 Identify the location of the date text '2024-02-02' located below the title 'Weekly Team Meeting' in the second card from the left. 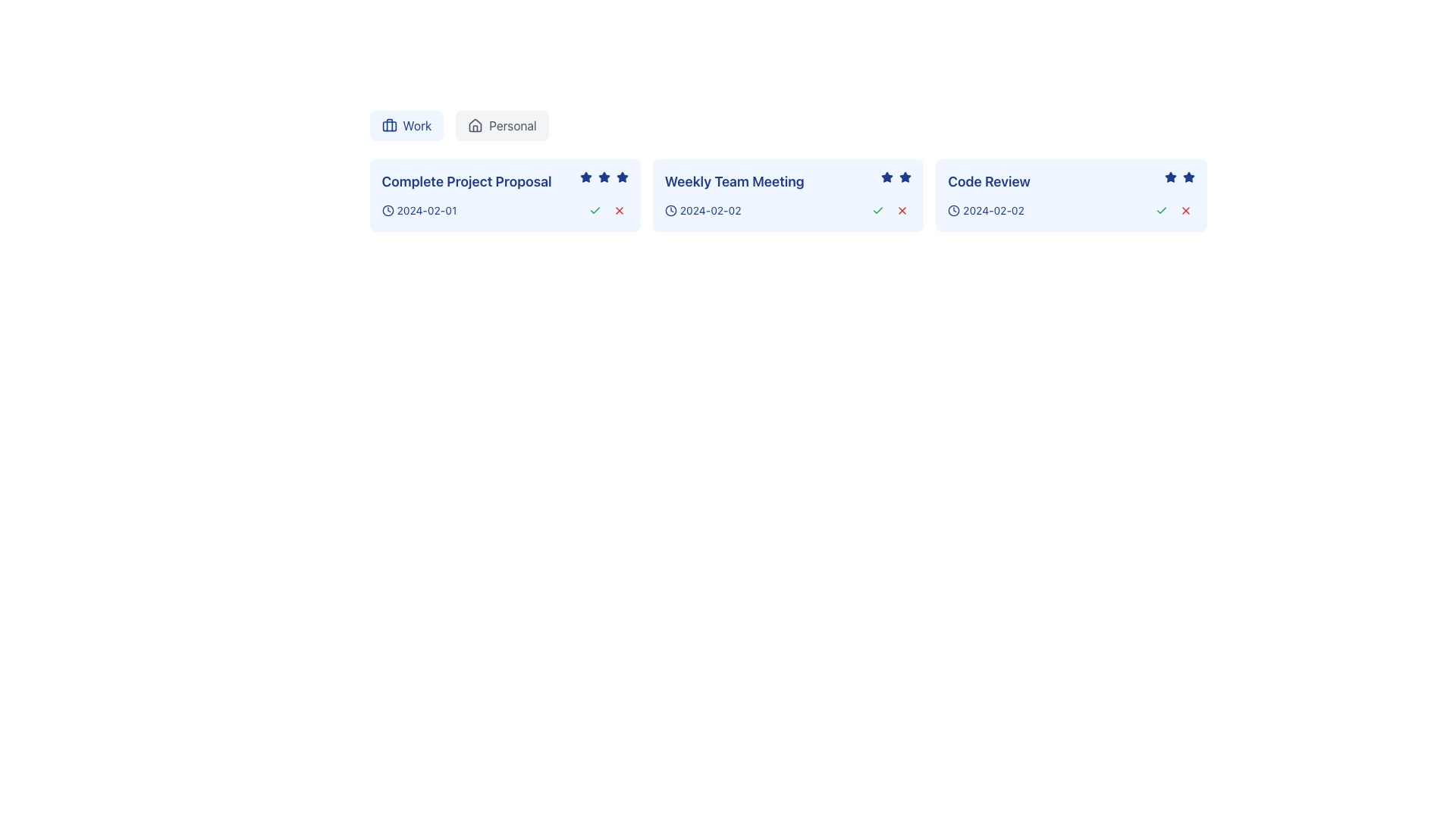
(702, 210).